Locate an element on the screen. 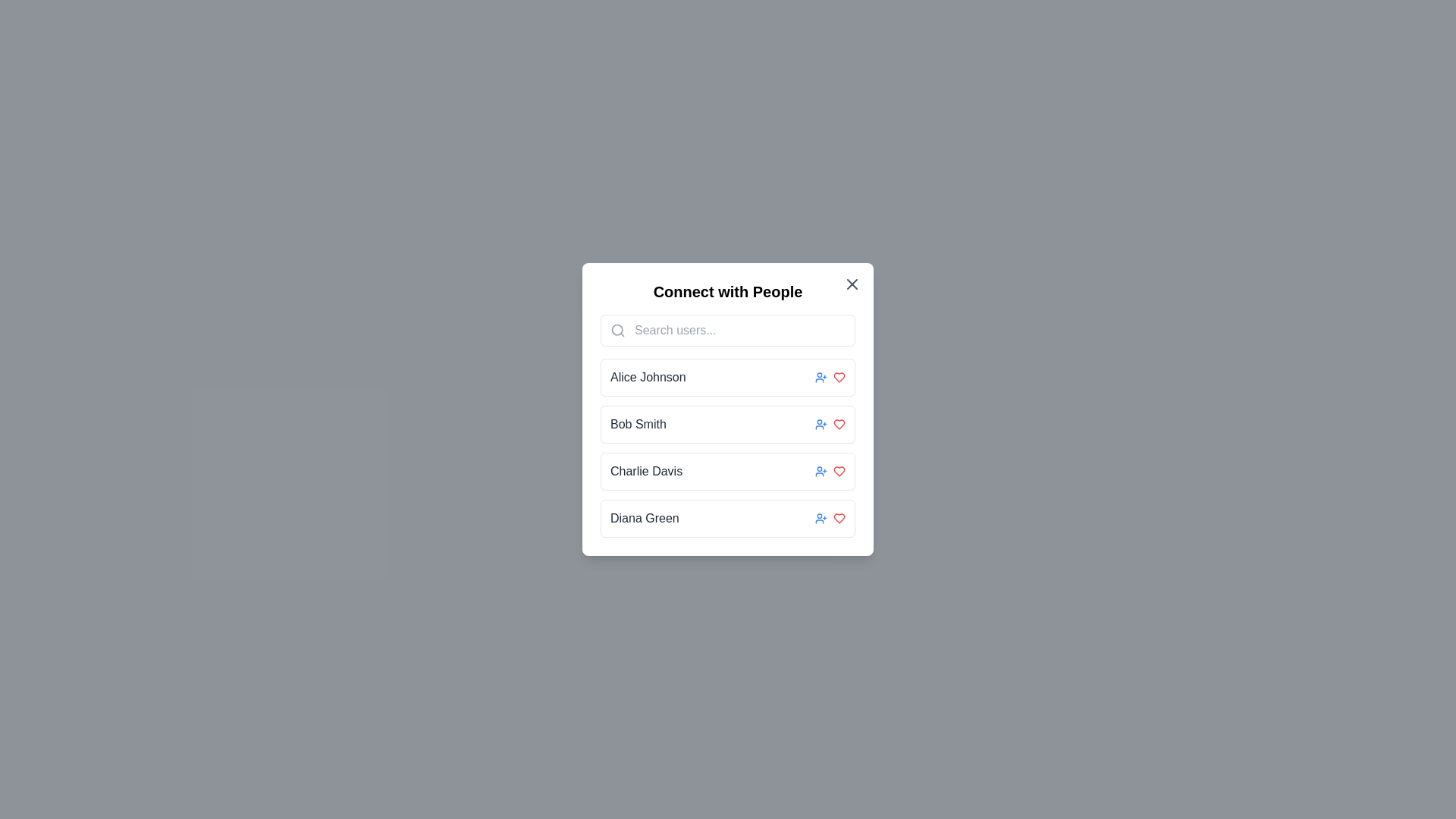  the text label displaying 'Diana Green', which is styled in dark gray font and located within the fourth item under 'Connect with People' is located at coordinates (645, 517).